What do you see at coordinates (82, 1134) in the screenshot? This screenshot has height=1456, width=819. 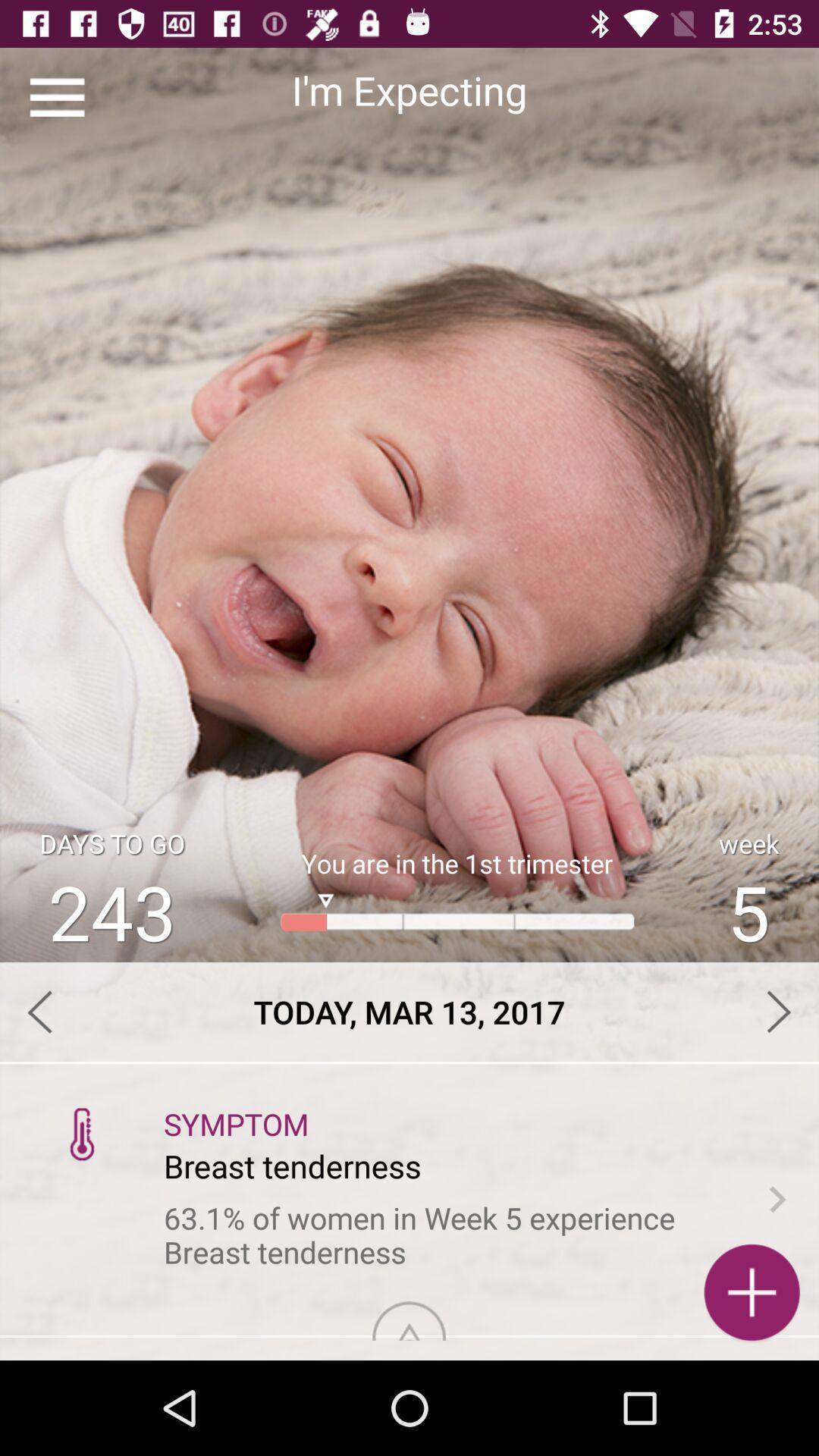 I see `the icon next to symptom` at bounding box center [82, 1134].